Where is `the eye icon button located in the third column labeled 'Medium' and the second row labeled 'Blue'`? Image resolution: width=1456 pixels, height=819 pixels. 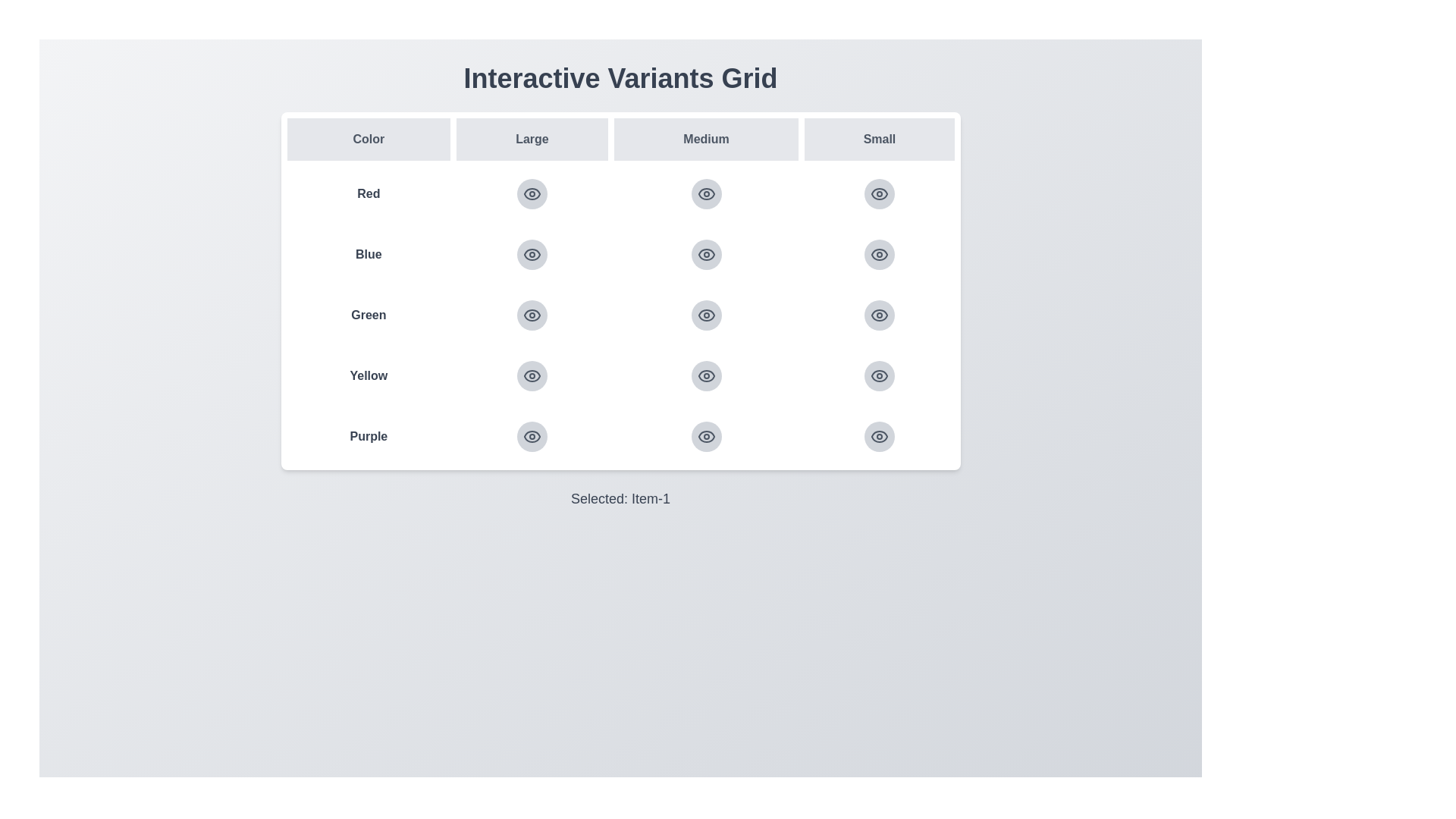
the eye icon button located in the third column labeled 'Medium' and the second row labeled 'Blue' is located at coordinates (705, 253).